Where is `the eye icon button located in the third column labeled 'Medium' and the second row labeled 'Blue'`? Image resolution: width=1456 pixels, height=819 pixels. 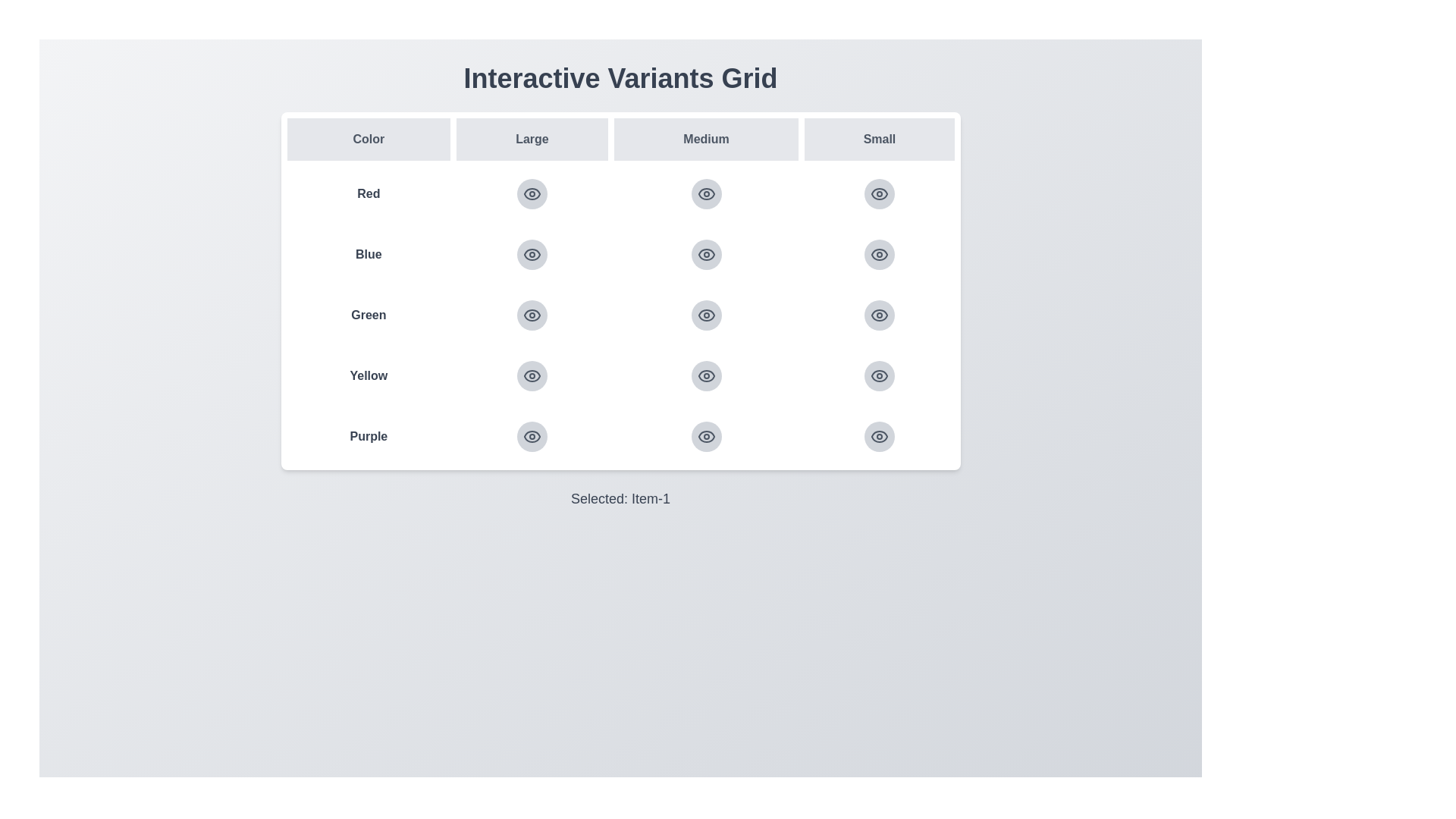
the eye icon button located in the third column labeled 'Medium' and the second row labeled 'Blue' is located at coordinates (705, 253).